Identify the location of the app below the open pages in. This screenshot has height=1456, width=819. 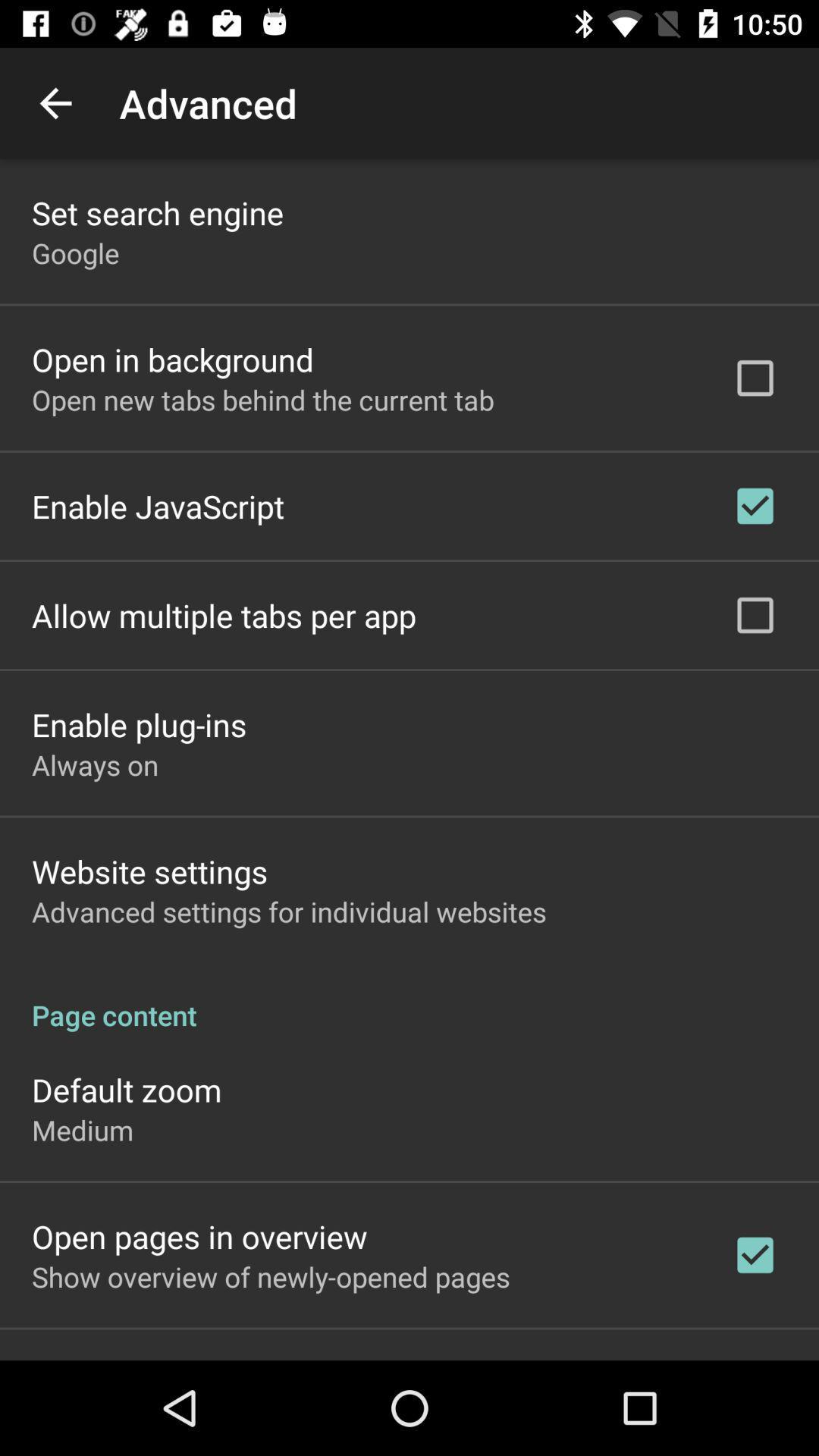
(270, 1276).